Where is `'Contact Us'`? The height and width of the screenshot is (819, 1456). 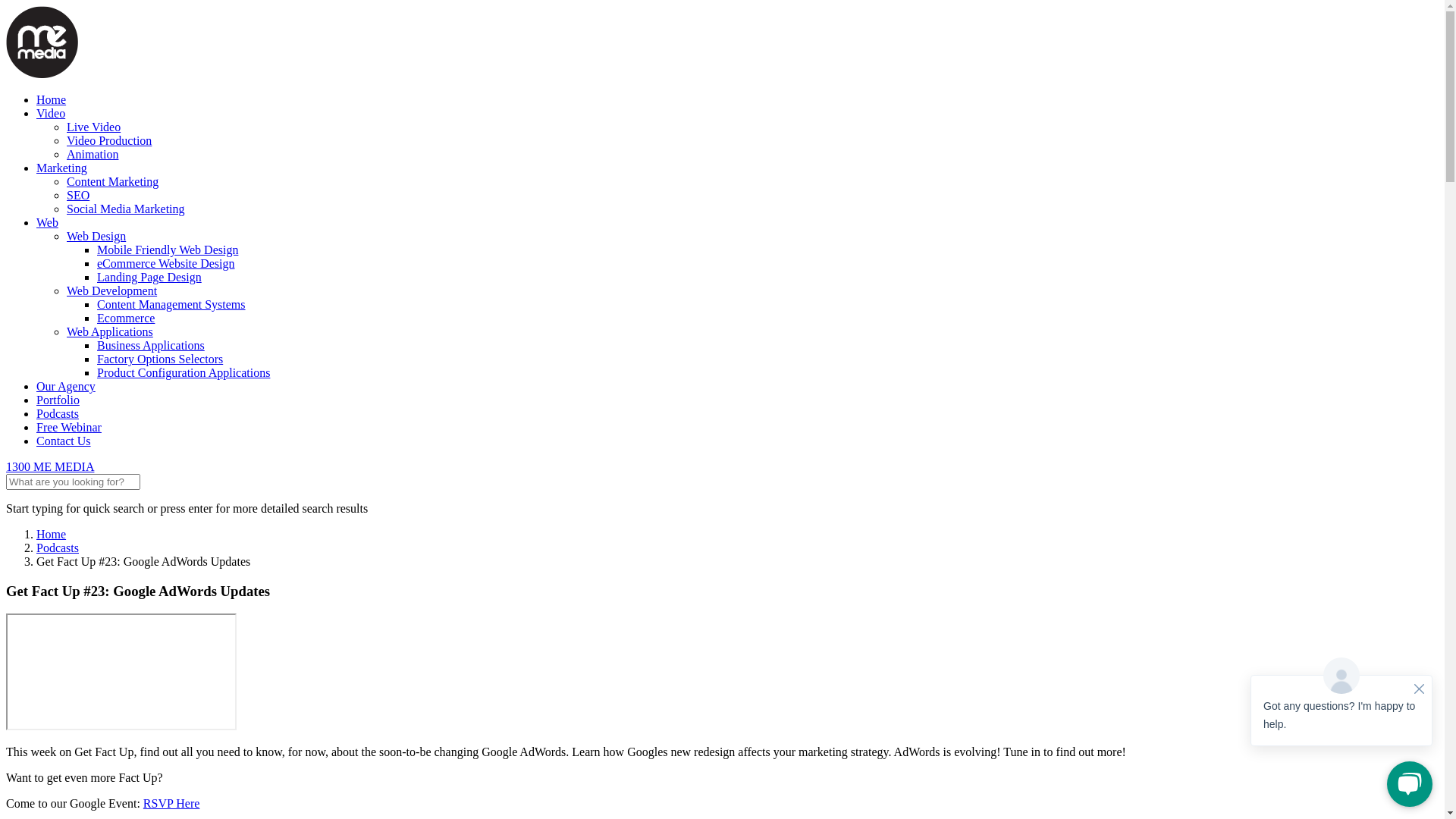
'Contact Us' is located at coordinates (36, 441).